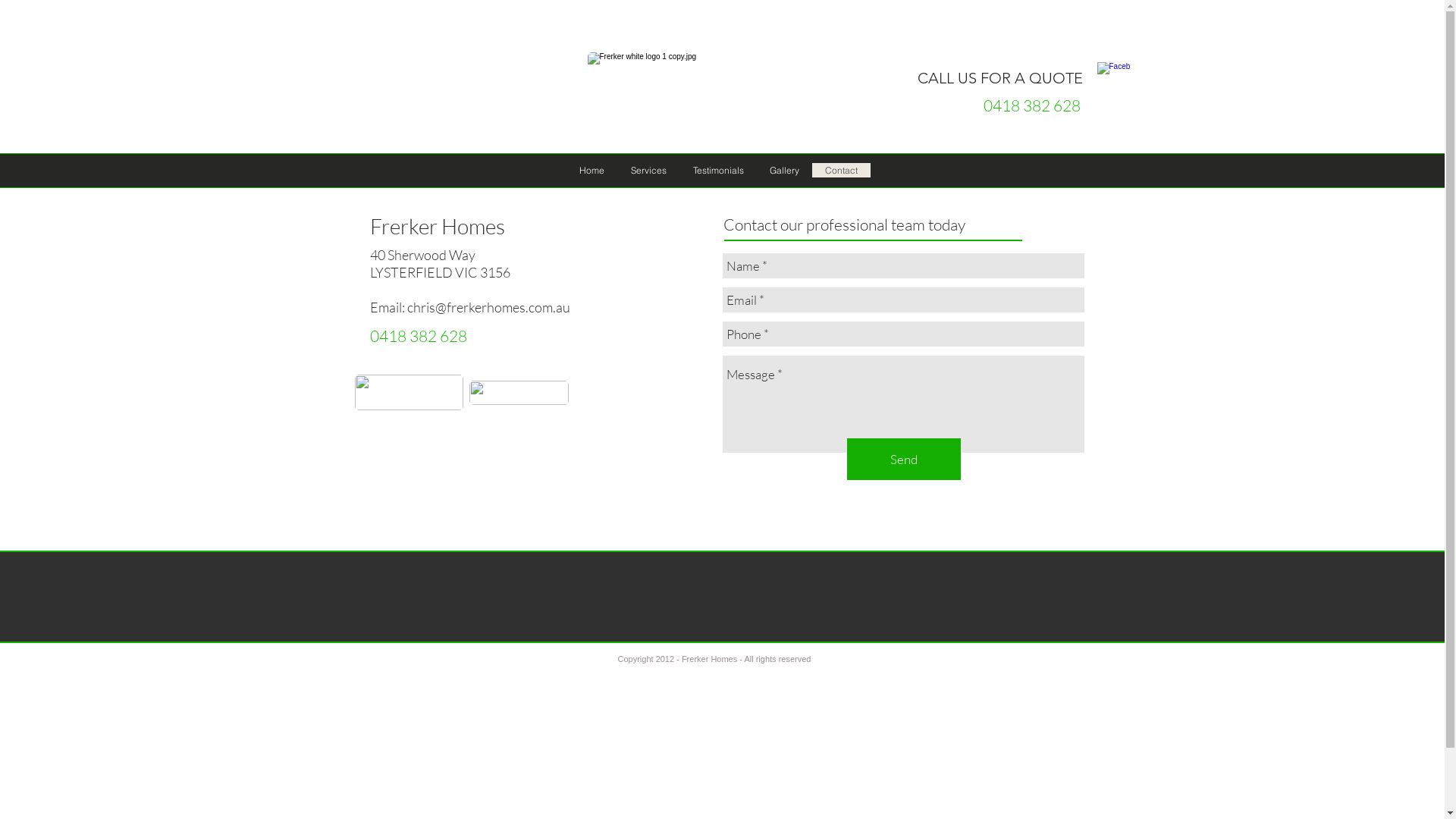 The height and width of the screenshot is (819, 1456). Describe the element at coordinates (590, 170) in the screenshot. I see `'Home'` at that location.